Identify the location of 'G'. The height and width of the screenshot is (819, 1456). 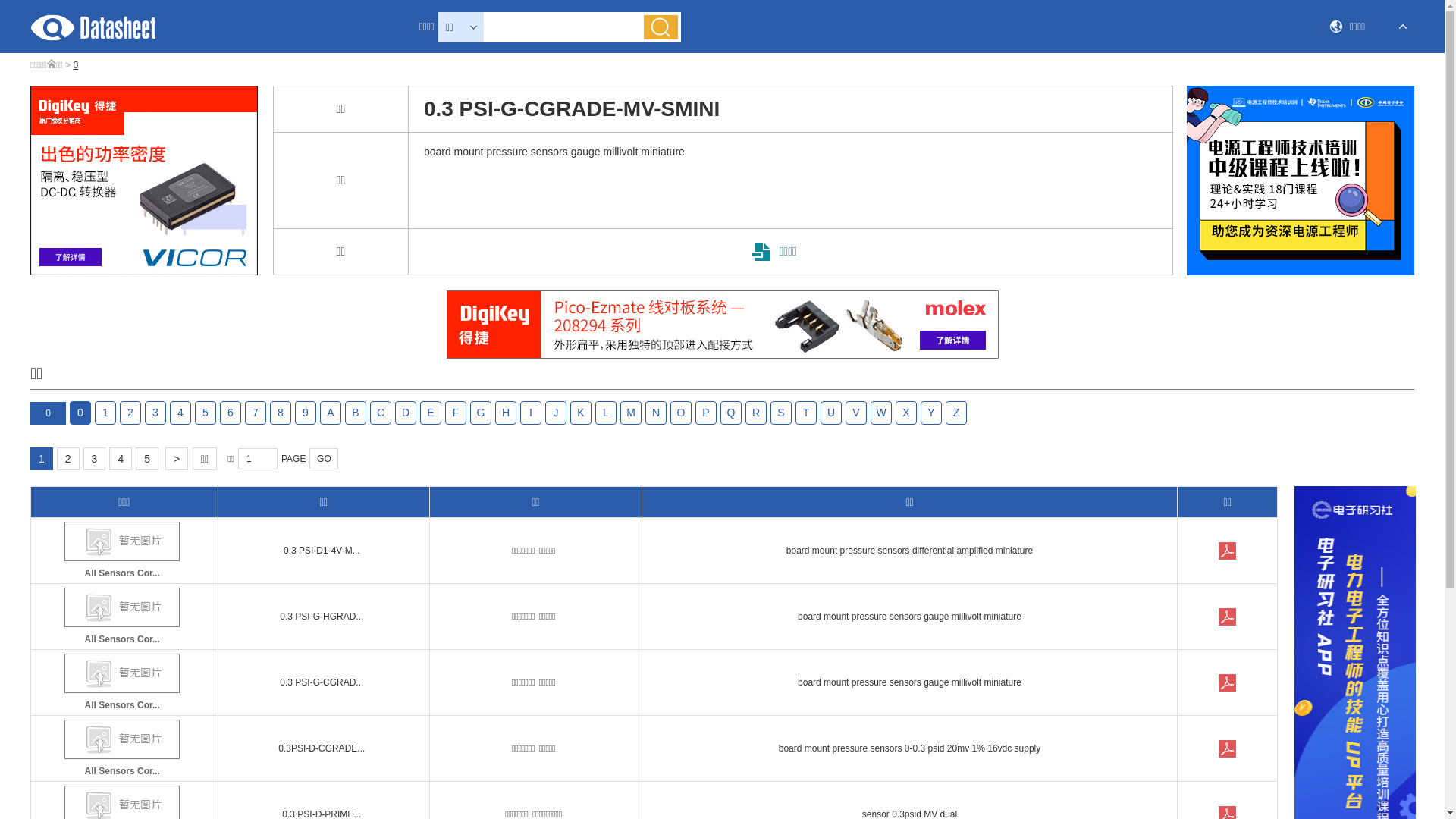
(479, 413).